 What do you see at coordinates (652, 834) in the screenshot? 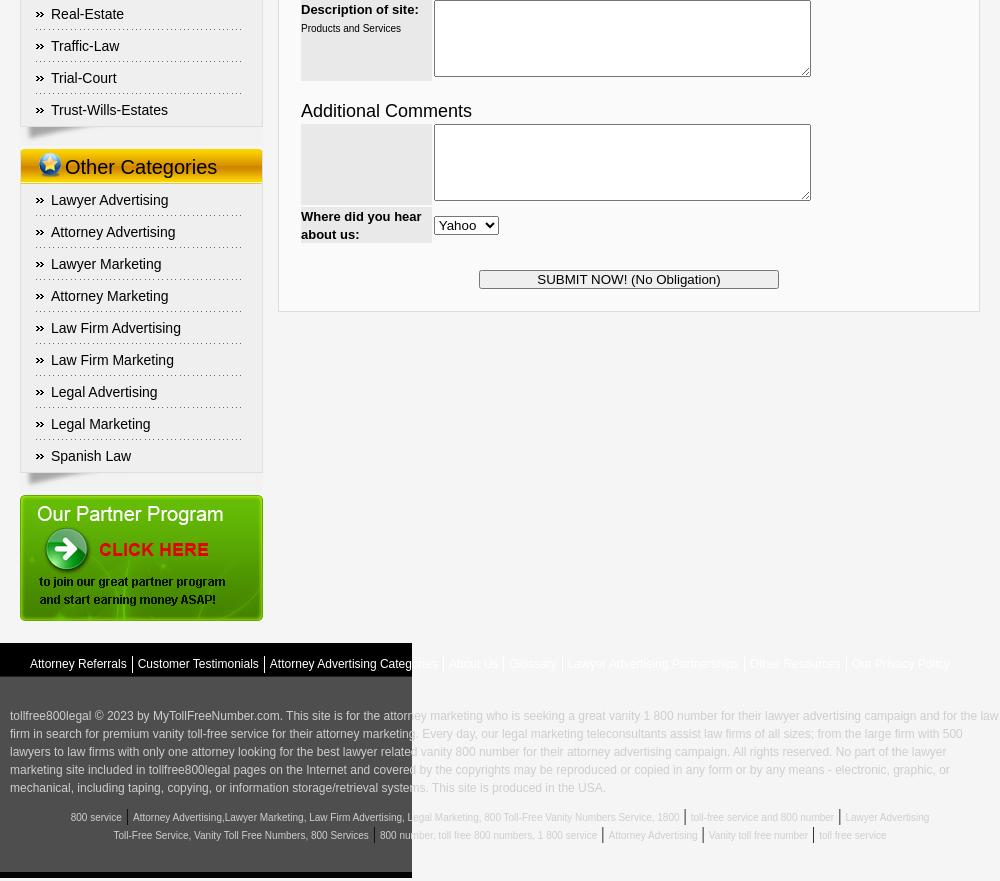
I see `'Attorney Advertising'` at bounding box center [652, 834].